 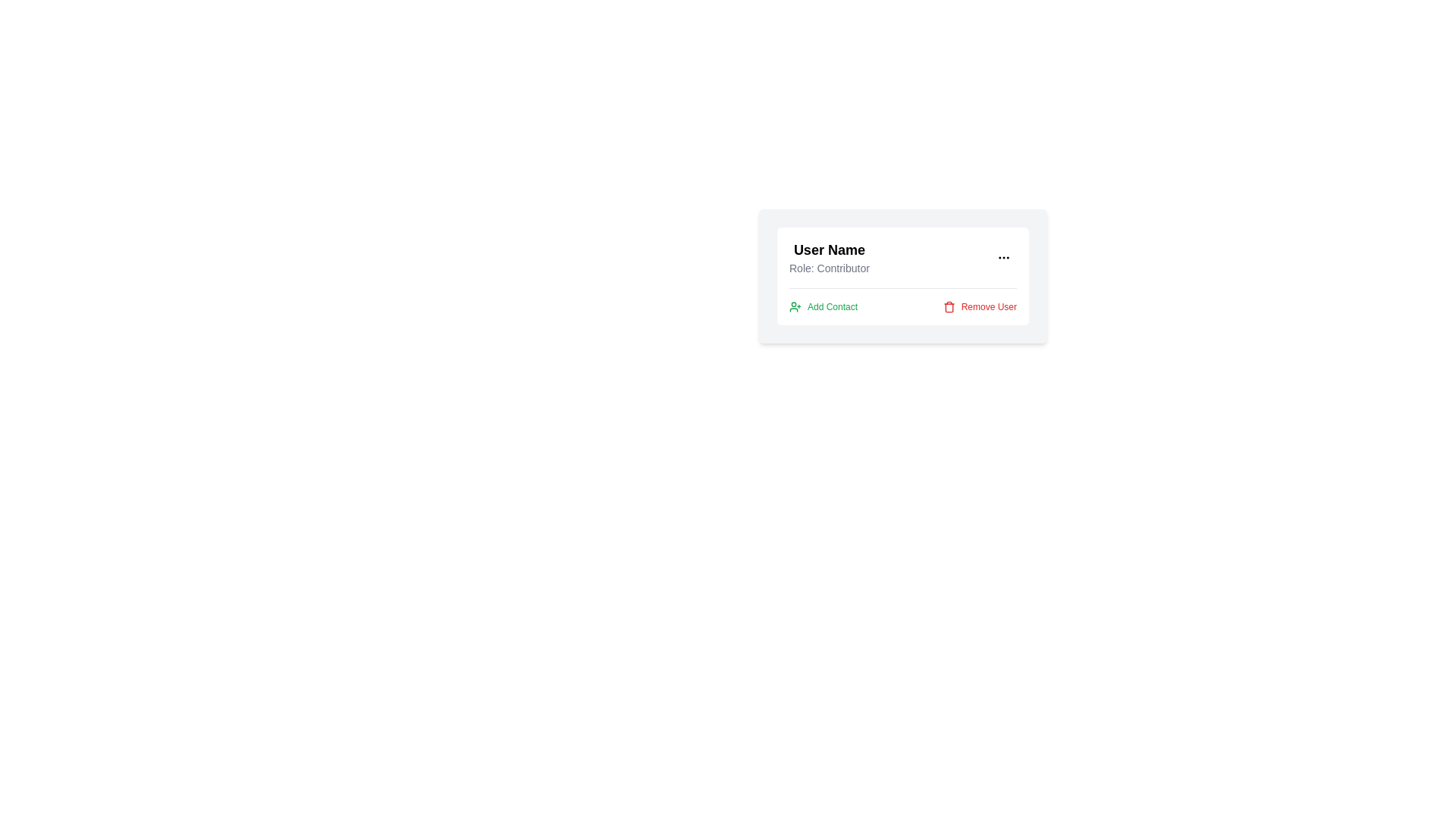 What do you see at coordinates (1004, 256) in the screenshot?
I see `the ellipsis button located at the top-right corner of the interface, next to the 'User Name' and 'Role: Contributor' text` at bounding box center [1004, 256].